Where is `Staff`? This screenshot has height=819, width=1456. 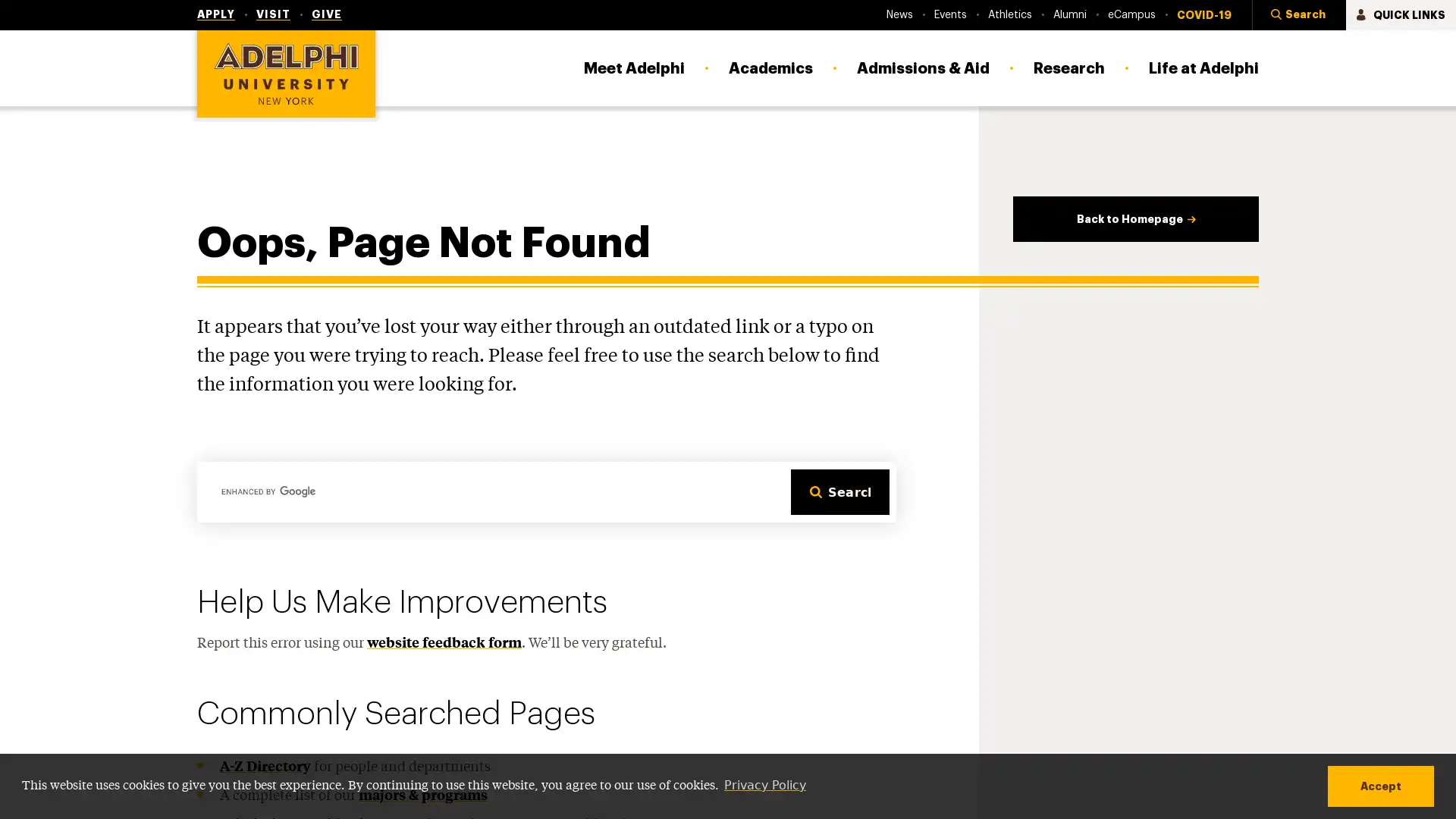
Staff is located at coordinates (1015, 151).